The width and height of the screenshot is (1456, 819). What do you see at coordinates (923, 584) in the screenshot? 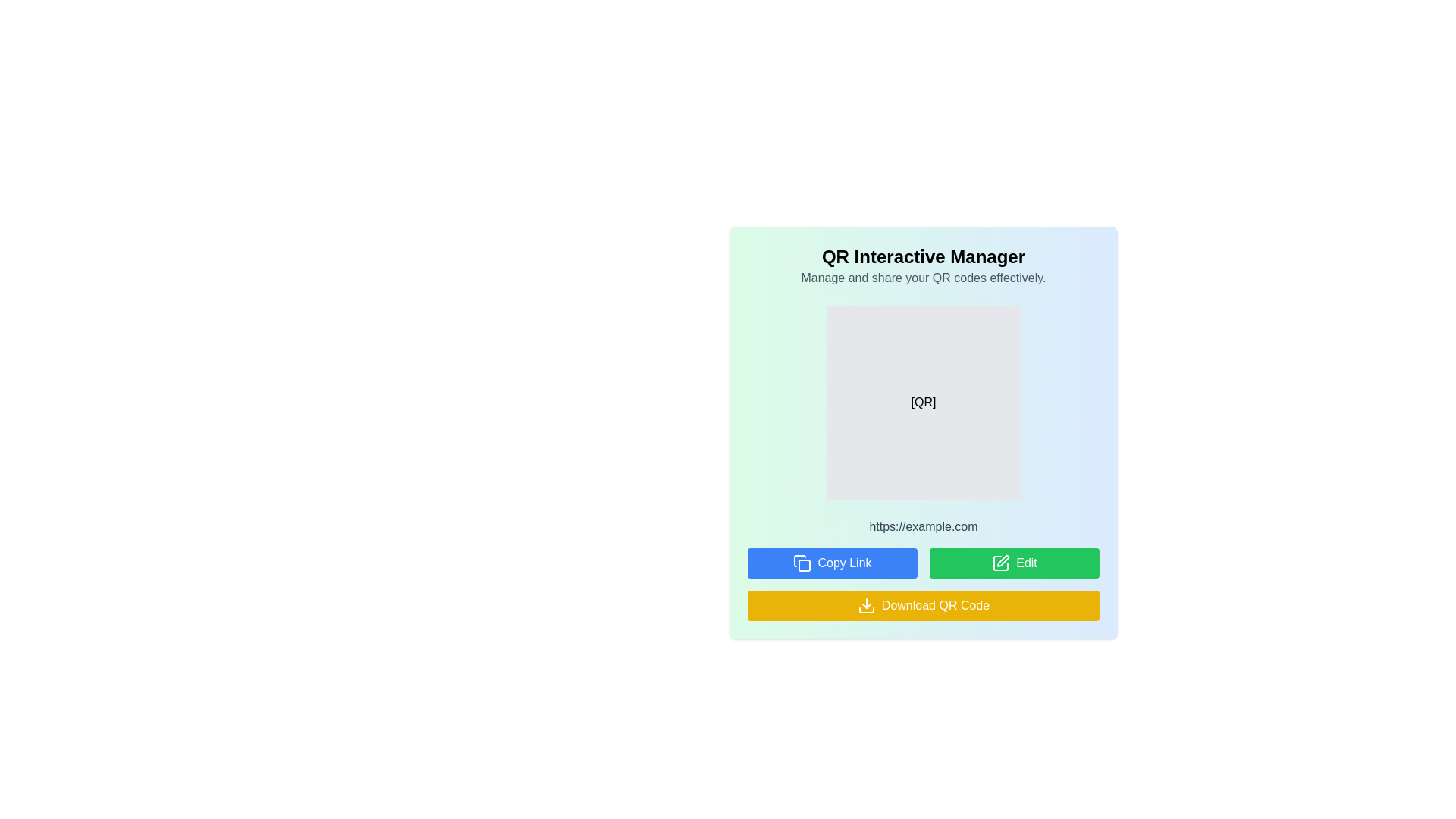
I see `the yellow button labeled 'Download QR Code' located below the 'Edit' and 'Copy Link' buttons in the 'QR Interactive Manager' section to initiate a download` at bounding box center [923, 584].